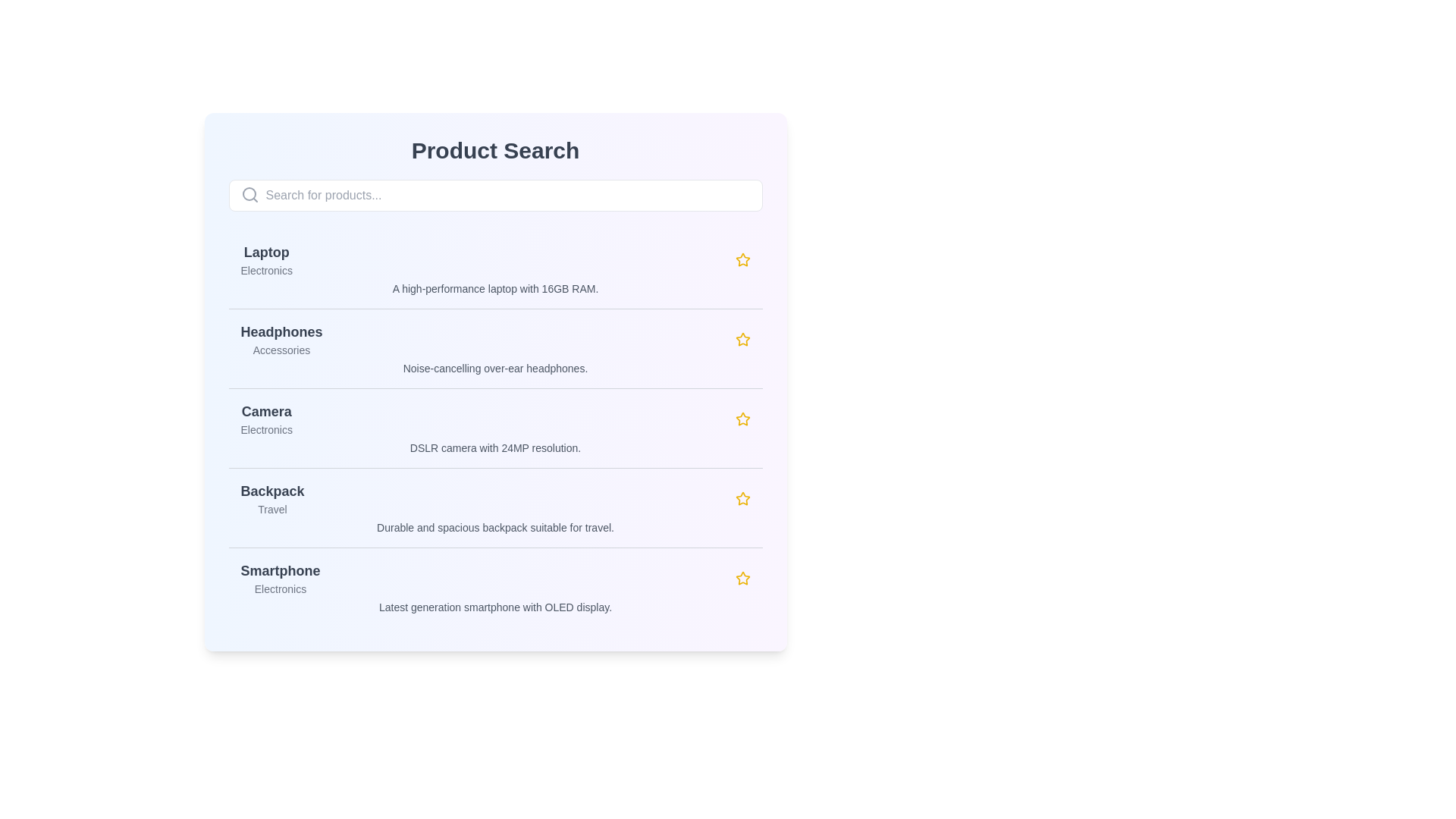 The width and height of the screenshot is (1456, 819). What do you see at coordinates (742, 579) in the screenshot?
I see `the yellow star icon located at the far-right side of the 'Smartphone' product entry to favorite the product` at bounding box center [742, 579].